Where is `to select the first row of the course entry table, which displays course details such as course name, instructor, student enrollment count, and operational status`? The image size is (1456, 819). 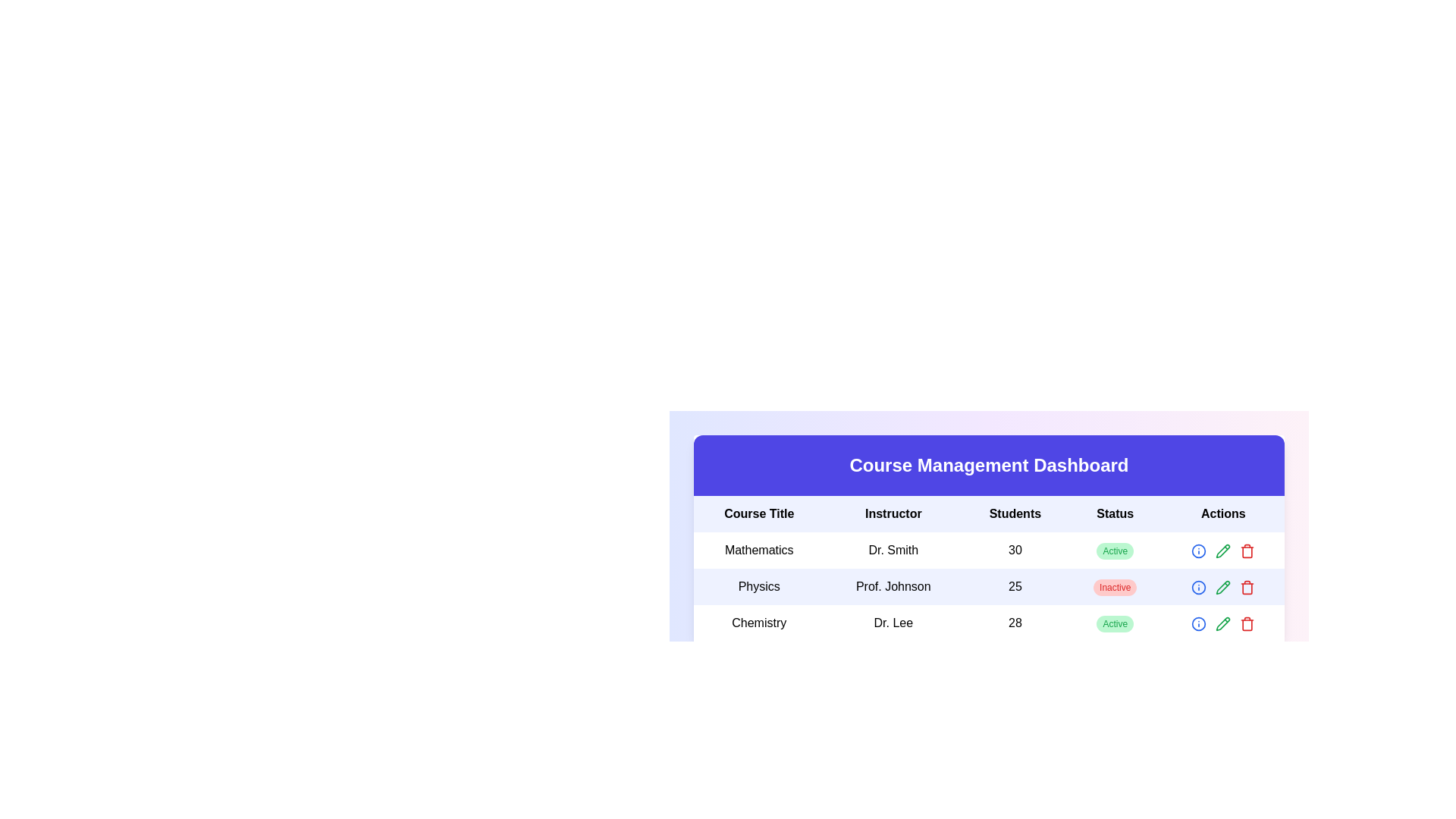 to select the first row of the course entry table, which displays course details such as course name, instructor, student enrollment count, and operational status is located at coordinates (989, 550).